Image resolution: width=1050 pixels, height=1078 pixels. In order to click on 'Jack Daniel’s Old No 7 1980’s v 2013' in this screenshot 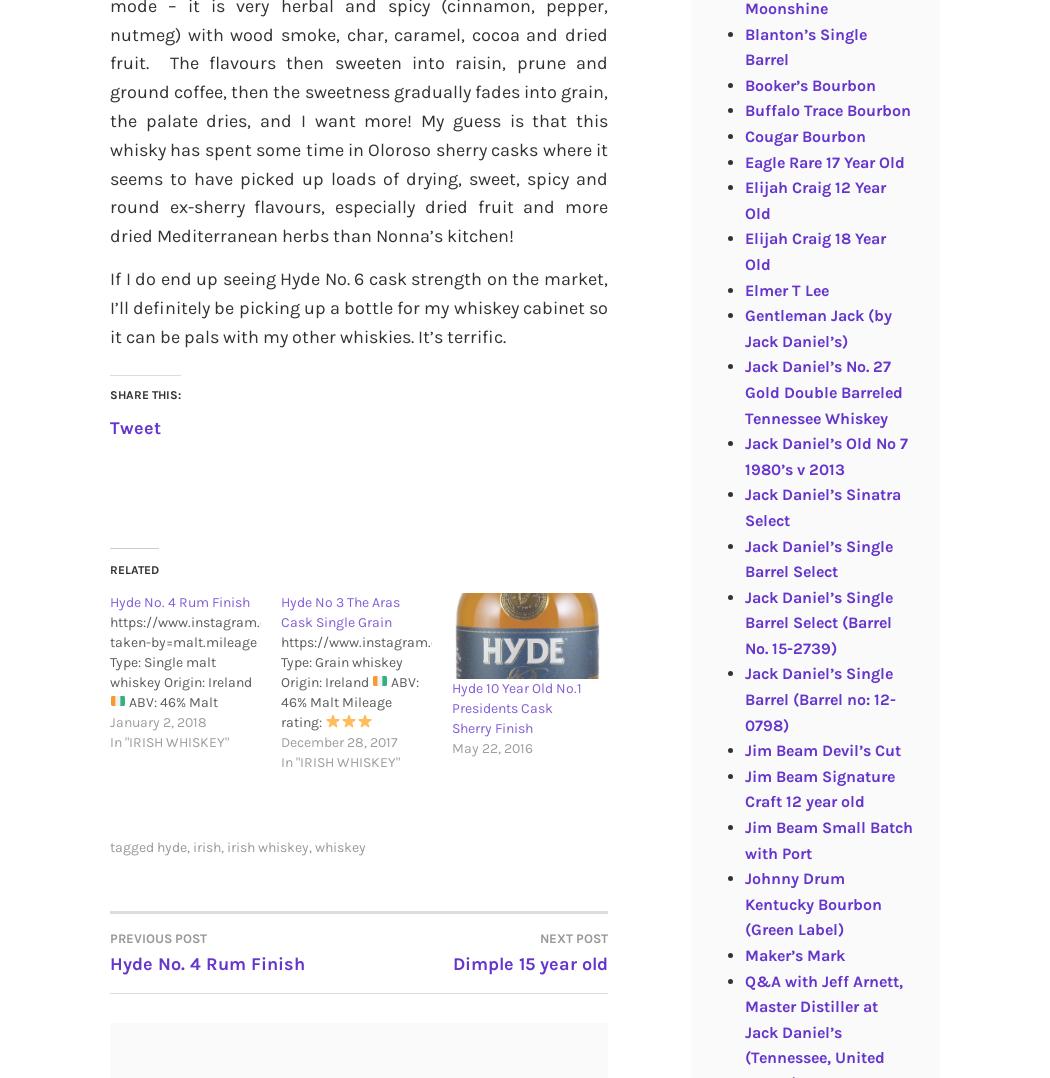, I will do `click(825, 455)`.